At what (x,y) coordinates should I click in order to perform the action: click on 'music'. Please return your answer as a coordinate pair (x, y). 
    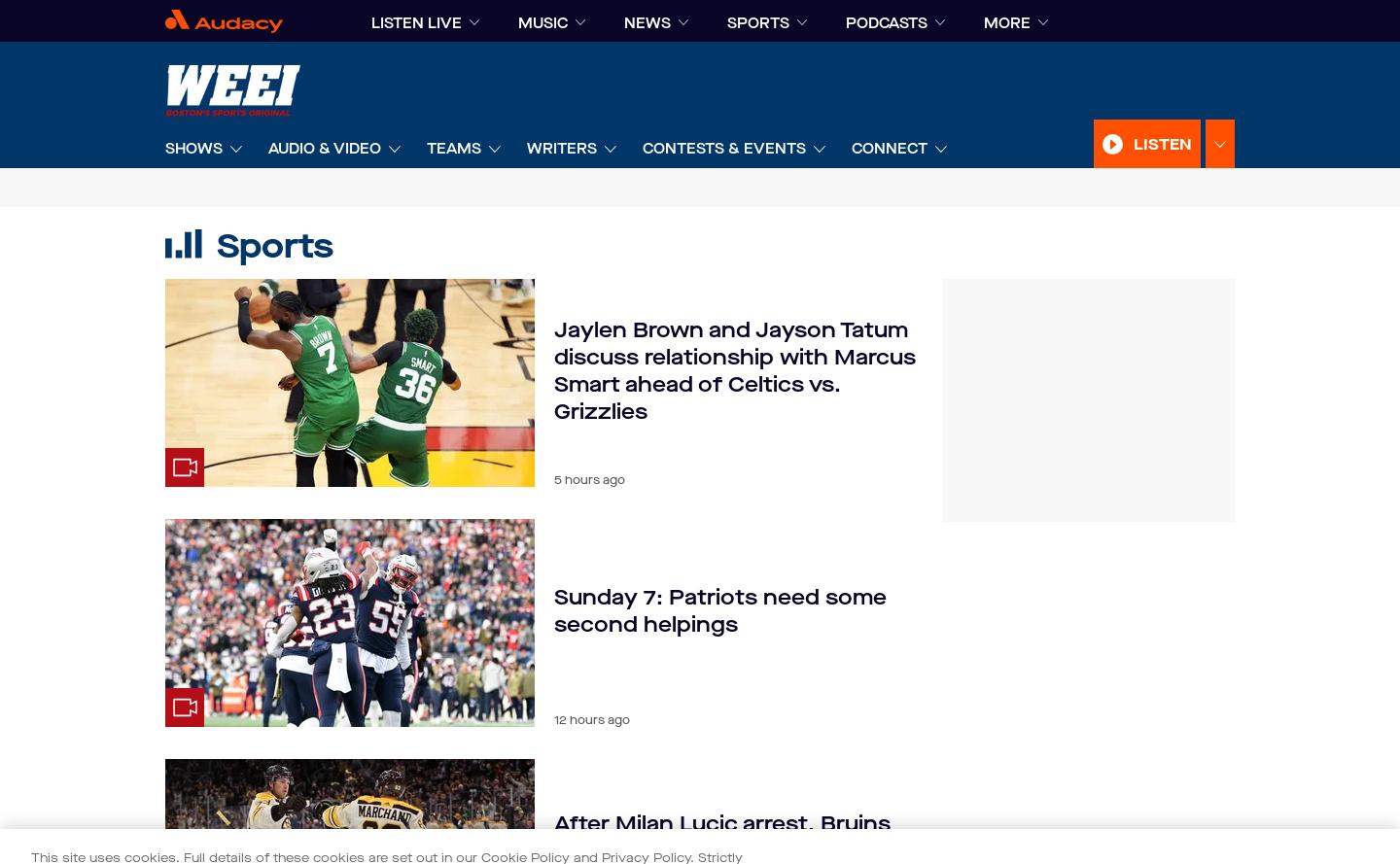
    Looking at the image, I should click on (542, 23).